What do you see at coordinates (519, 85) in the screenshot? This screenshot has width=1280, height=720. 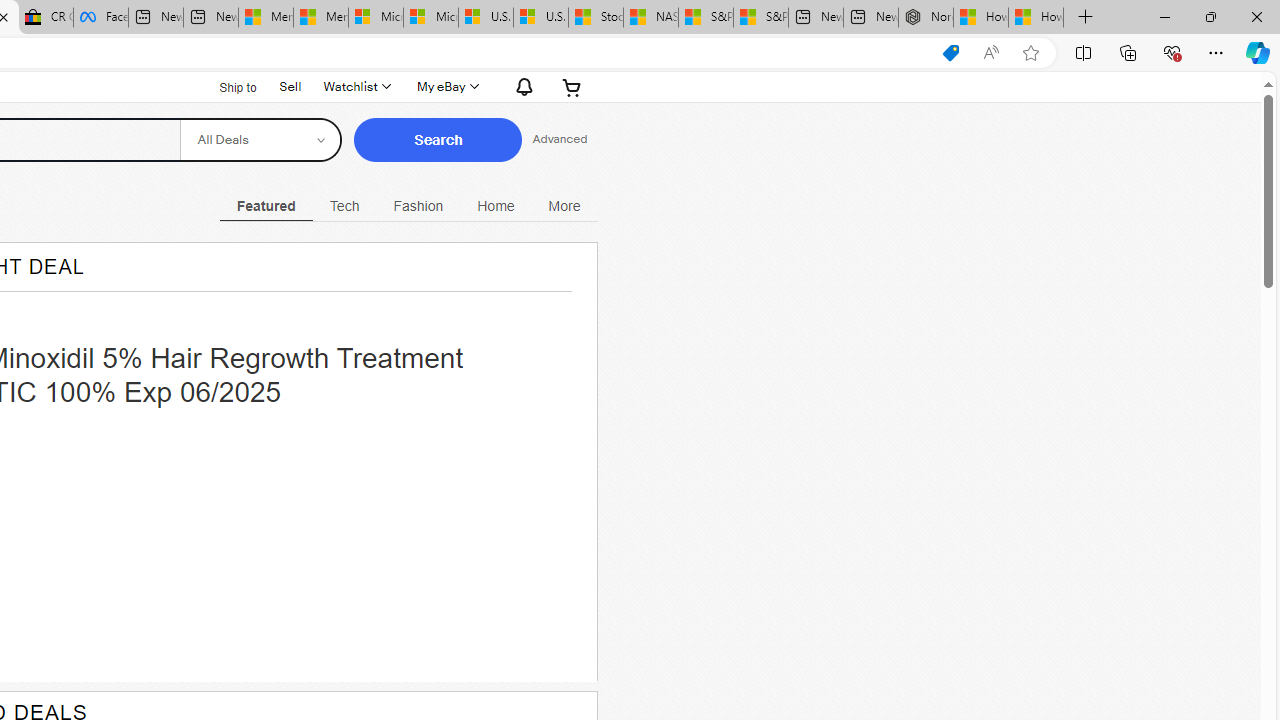 I see `'Notifications'` at bounding box center [519, 85].